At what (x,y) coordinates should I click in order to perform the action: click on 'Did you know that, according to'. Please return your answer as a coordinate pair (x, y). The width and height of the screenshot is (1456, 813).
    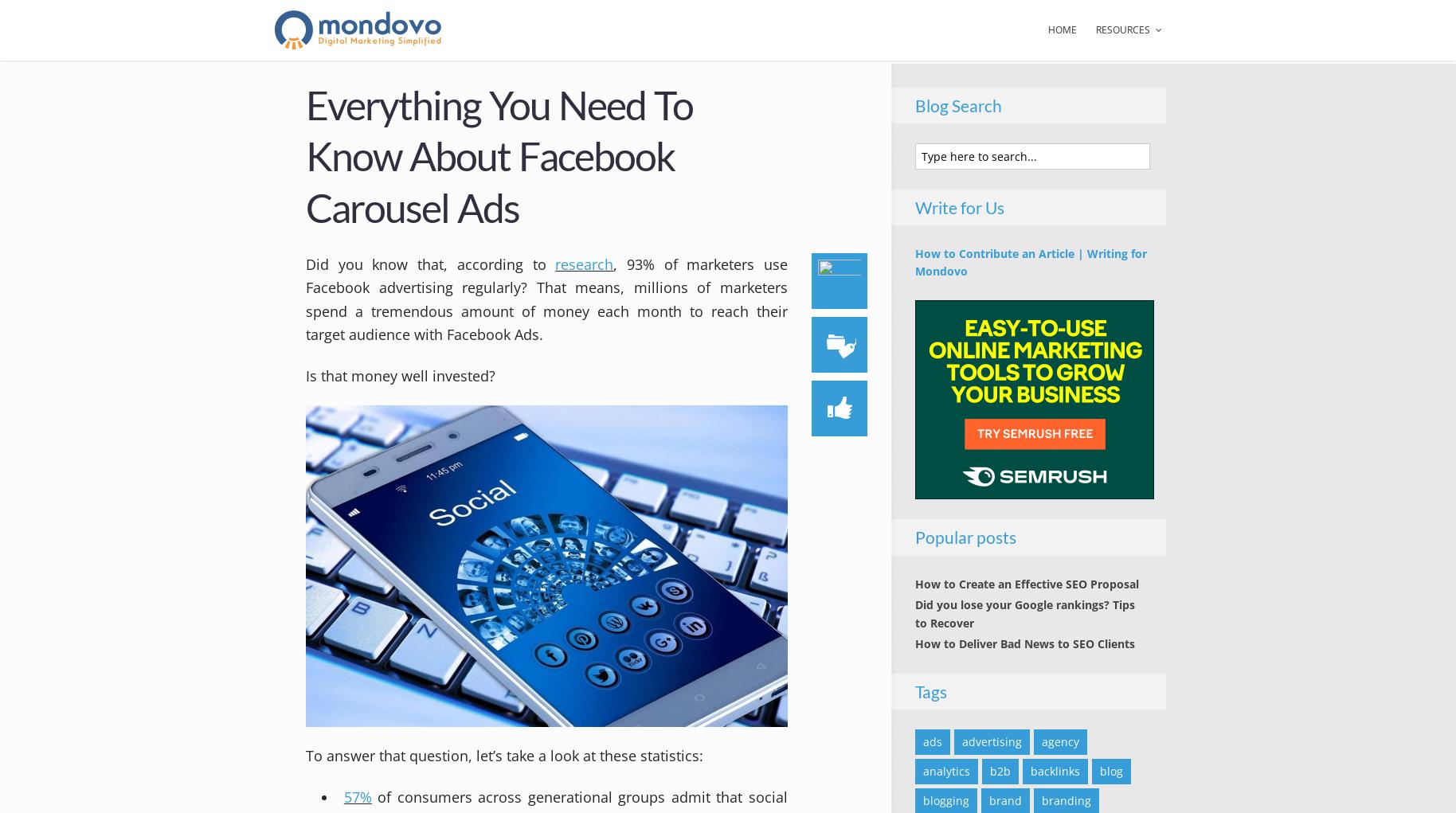
    Looking at the image, I should click on (306, 264).